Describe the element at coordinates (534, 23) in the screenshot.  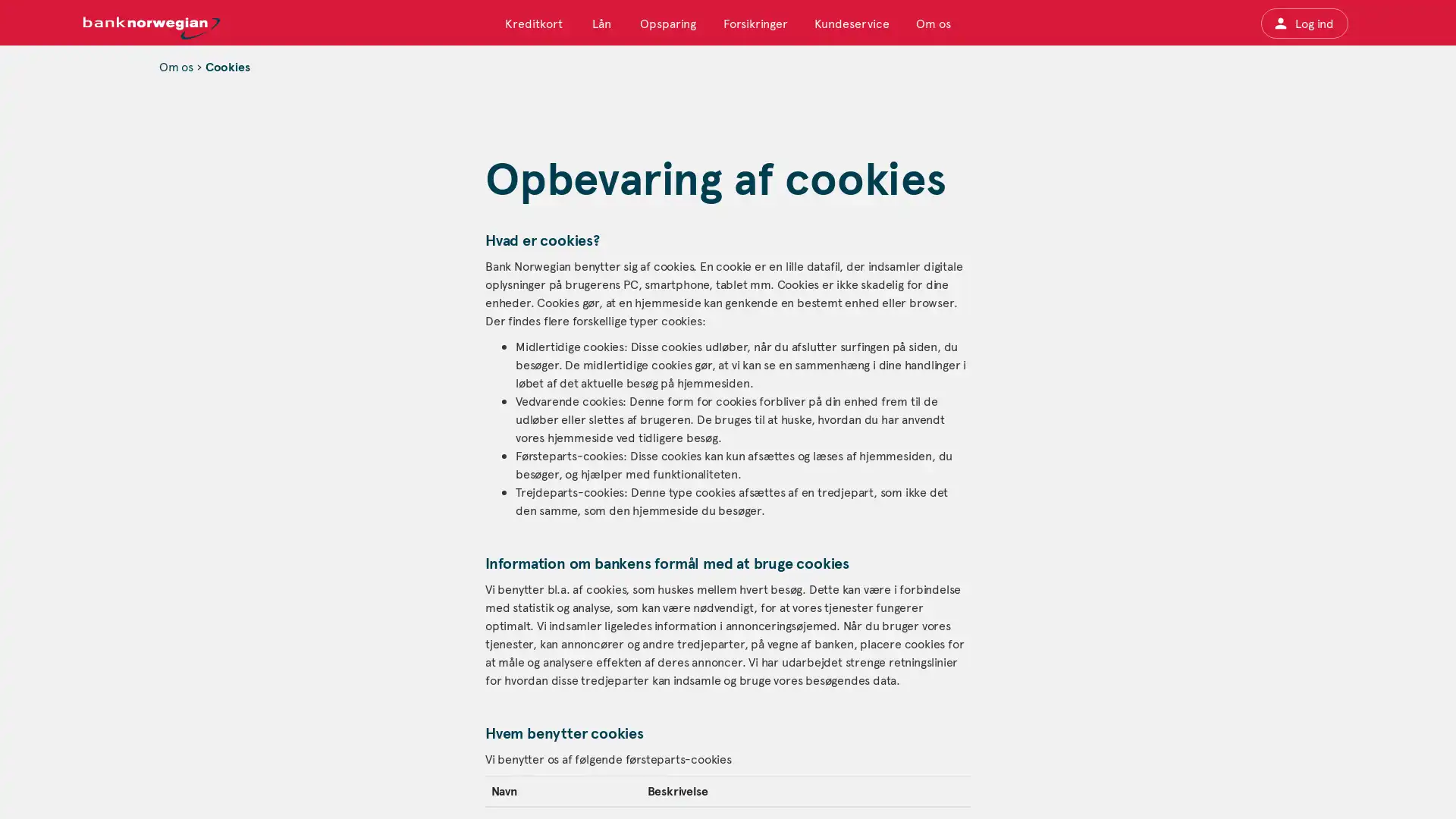
I see `Kreditkort` at that location.